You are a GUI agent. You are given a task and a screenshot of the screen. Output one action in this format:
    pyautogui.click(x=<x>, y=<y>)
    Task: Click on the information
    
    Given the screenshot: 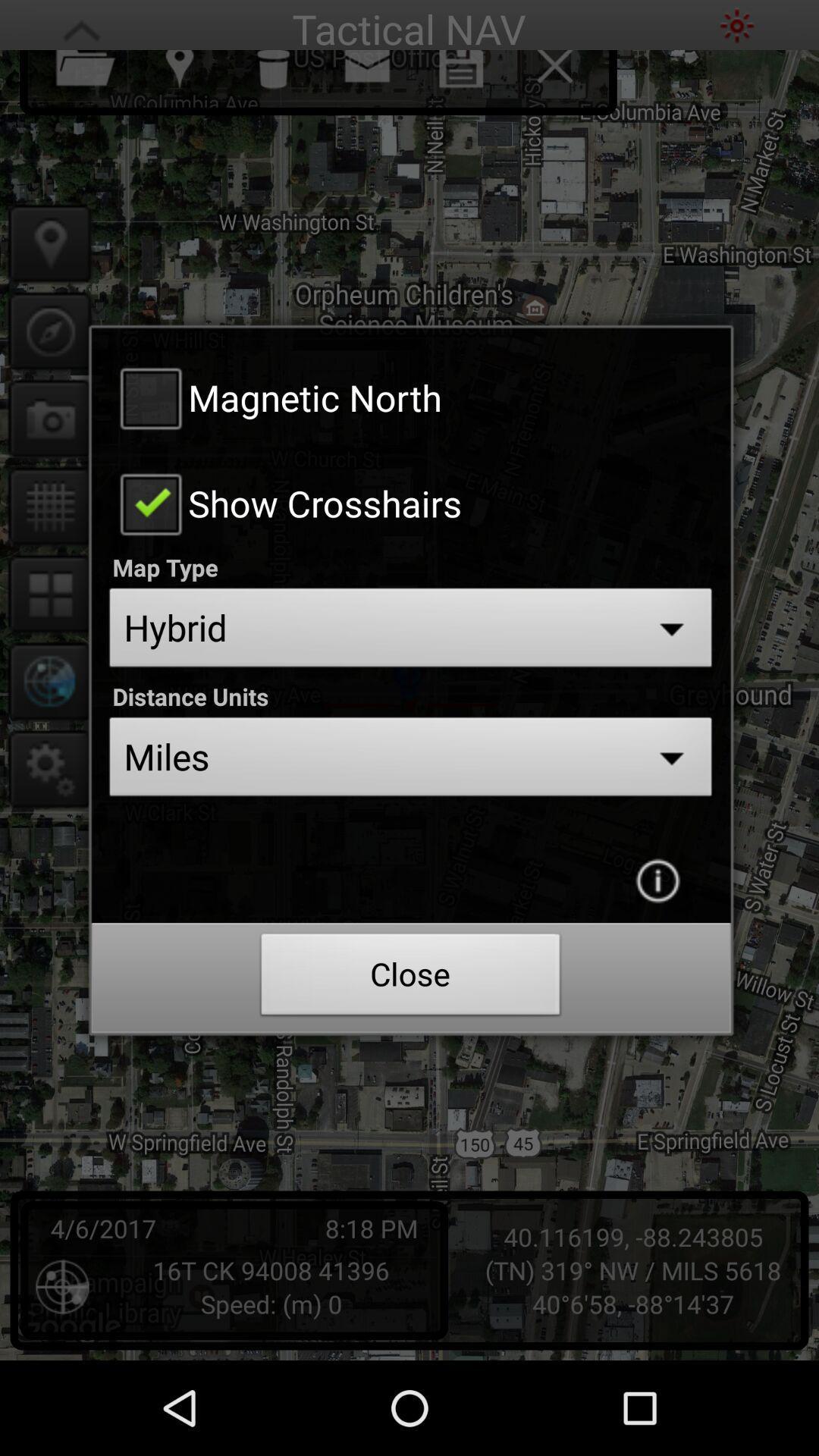 What is the action you would take?
    pyautogui.click(x=657, y=880)
    